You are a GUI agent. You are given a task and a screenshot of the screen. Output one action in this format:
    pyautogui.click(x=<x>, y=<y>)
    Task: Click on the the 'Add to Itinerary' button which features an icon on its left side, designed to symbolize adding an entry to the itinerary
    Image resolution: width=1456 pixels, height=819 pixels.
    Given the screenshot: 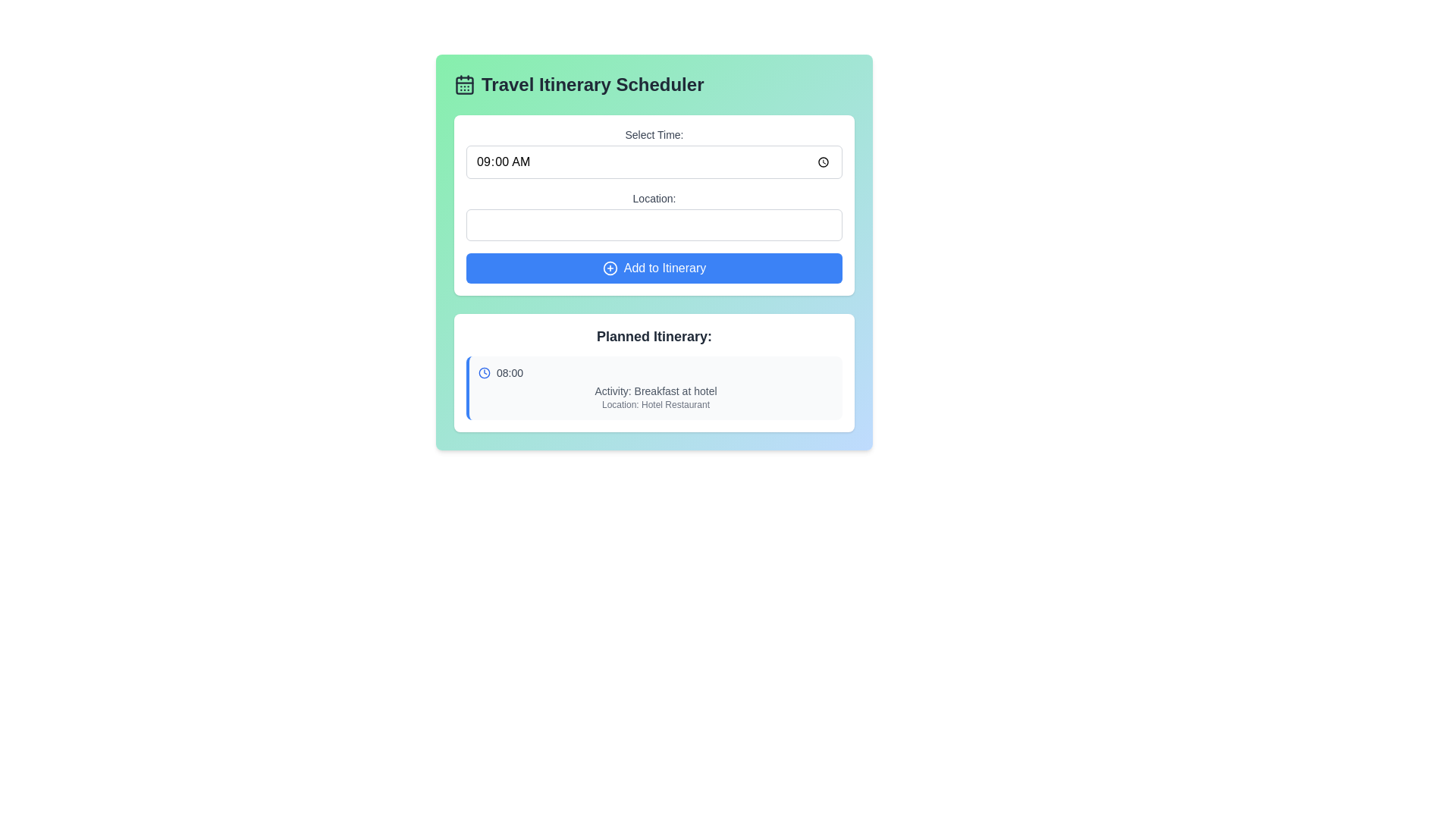 What is the action you would take?
    pyautogui.click(x=610, y=268)
    